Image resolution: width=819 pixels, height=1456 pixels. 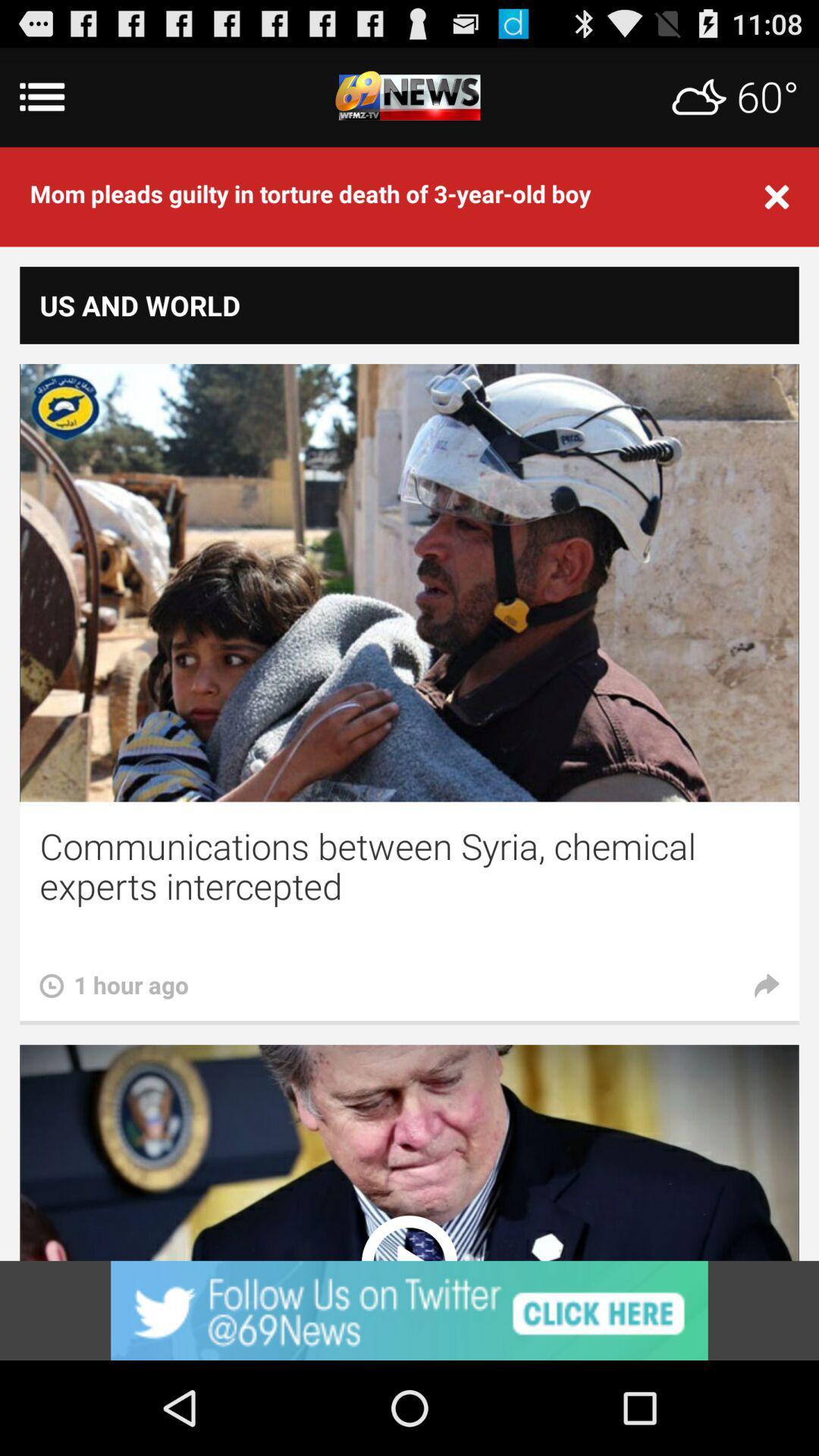 What do you see at coordinates (409, 1310) in the screenshot?
I see `our twitter` at bounding box center [409, 1310].